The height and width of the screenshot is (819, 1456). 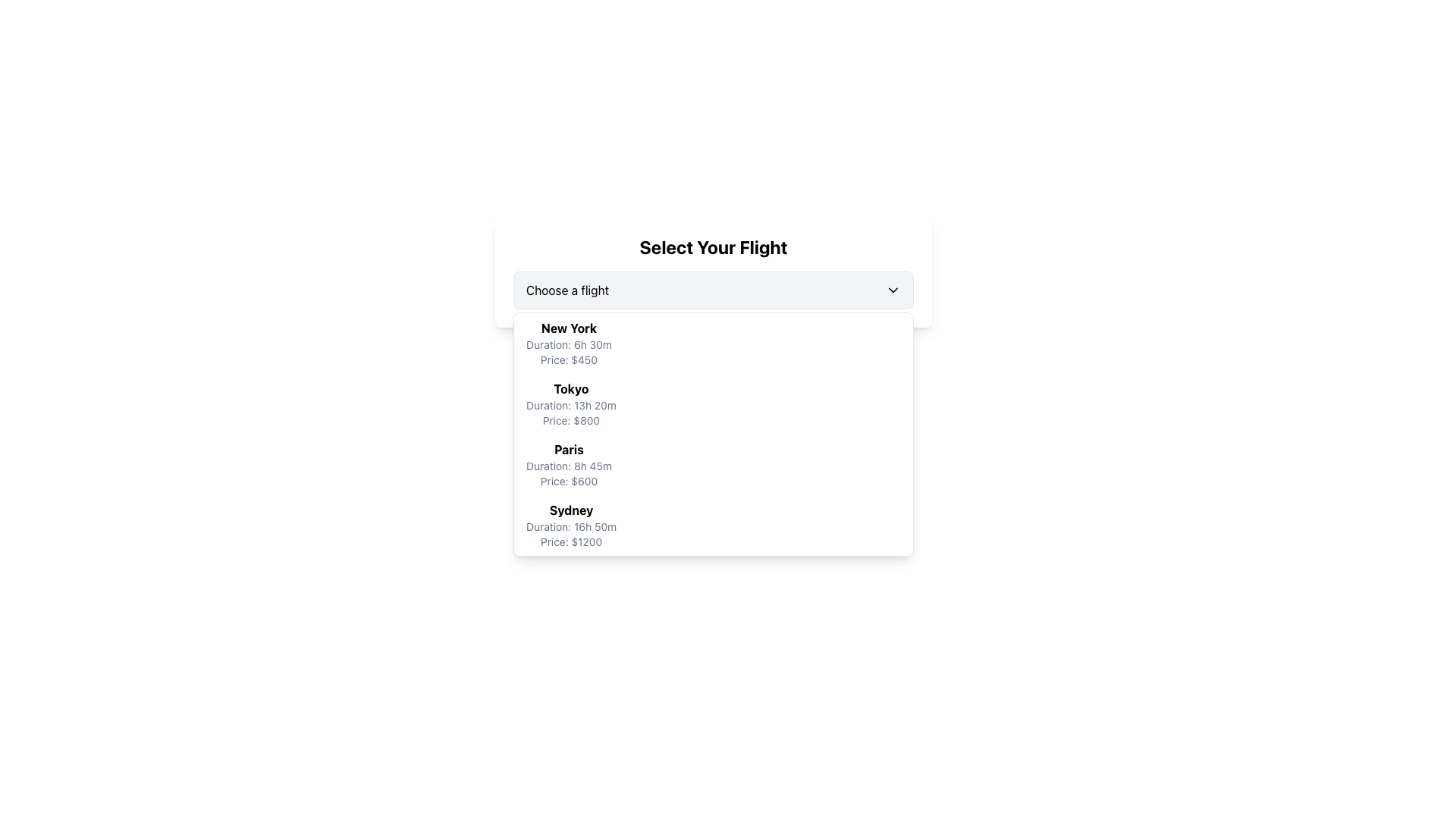 What do you see at coordinates (566, 290) in the screenshot?
I see `the text label indicating the current selection in the drop-down menu, which is centrally aligned and has a right-aligned chevron icon next to it` at bounding box center [566, 290].